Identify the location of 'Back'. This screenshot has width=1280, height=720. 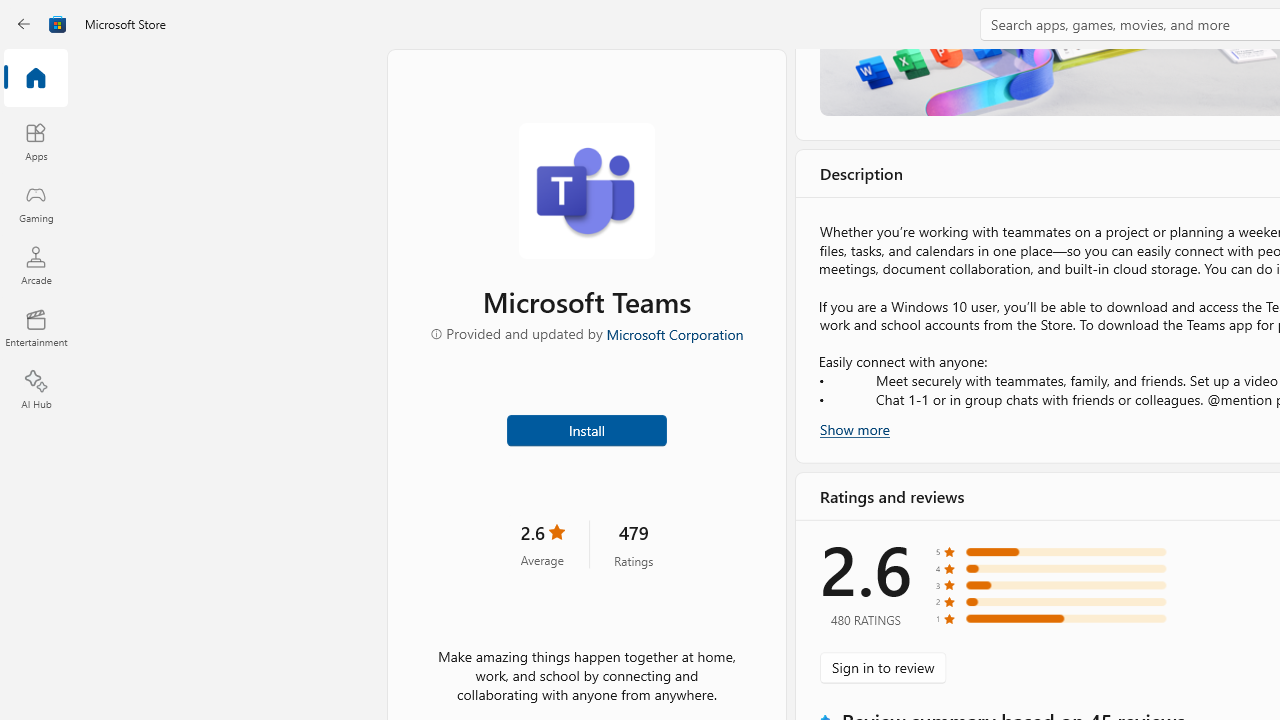
(24, 24).